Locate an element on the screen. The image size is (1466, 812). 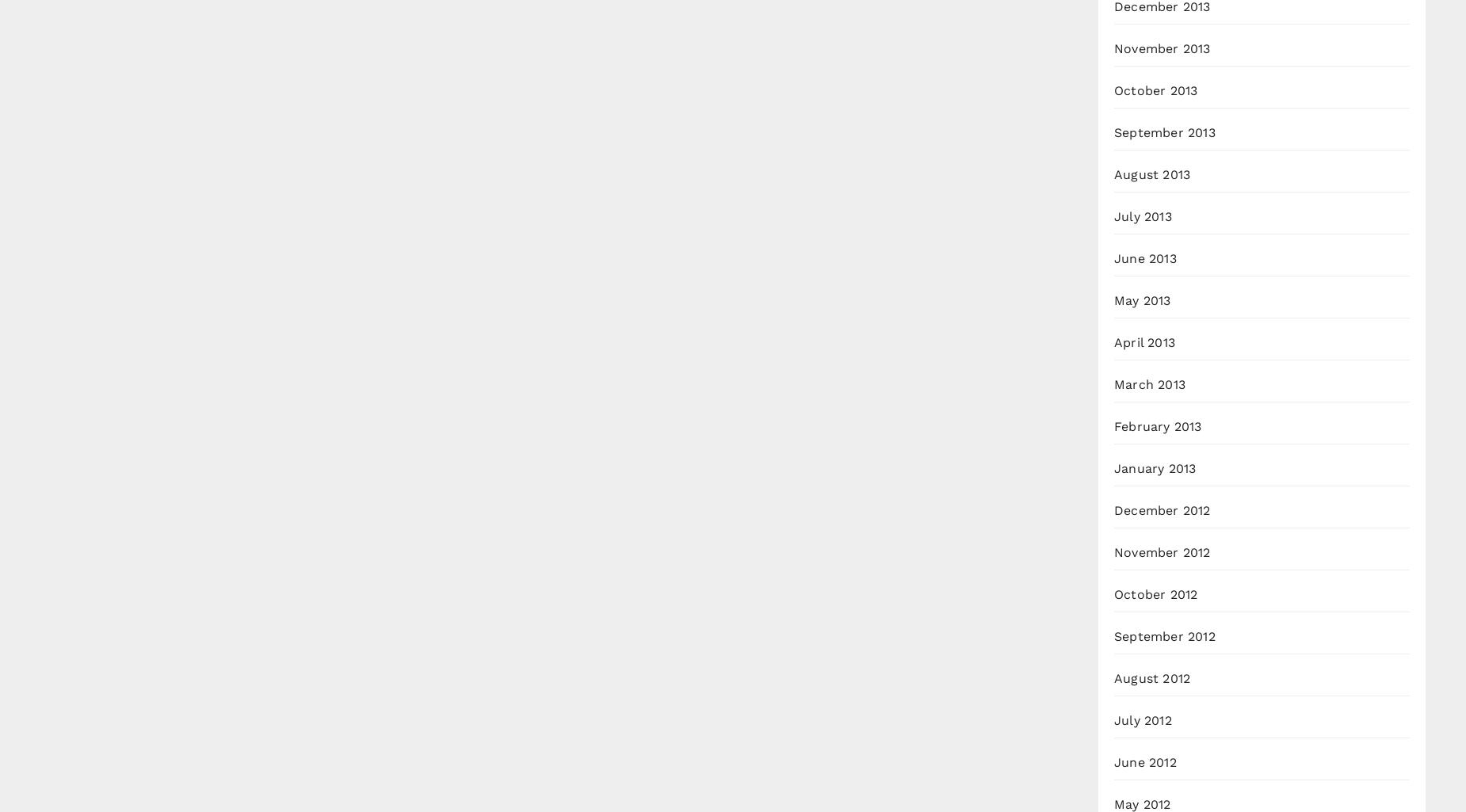
'November 2013' is located at coordinates (1162, 48).